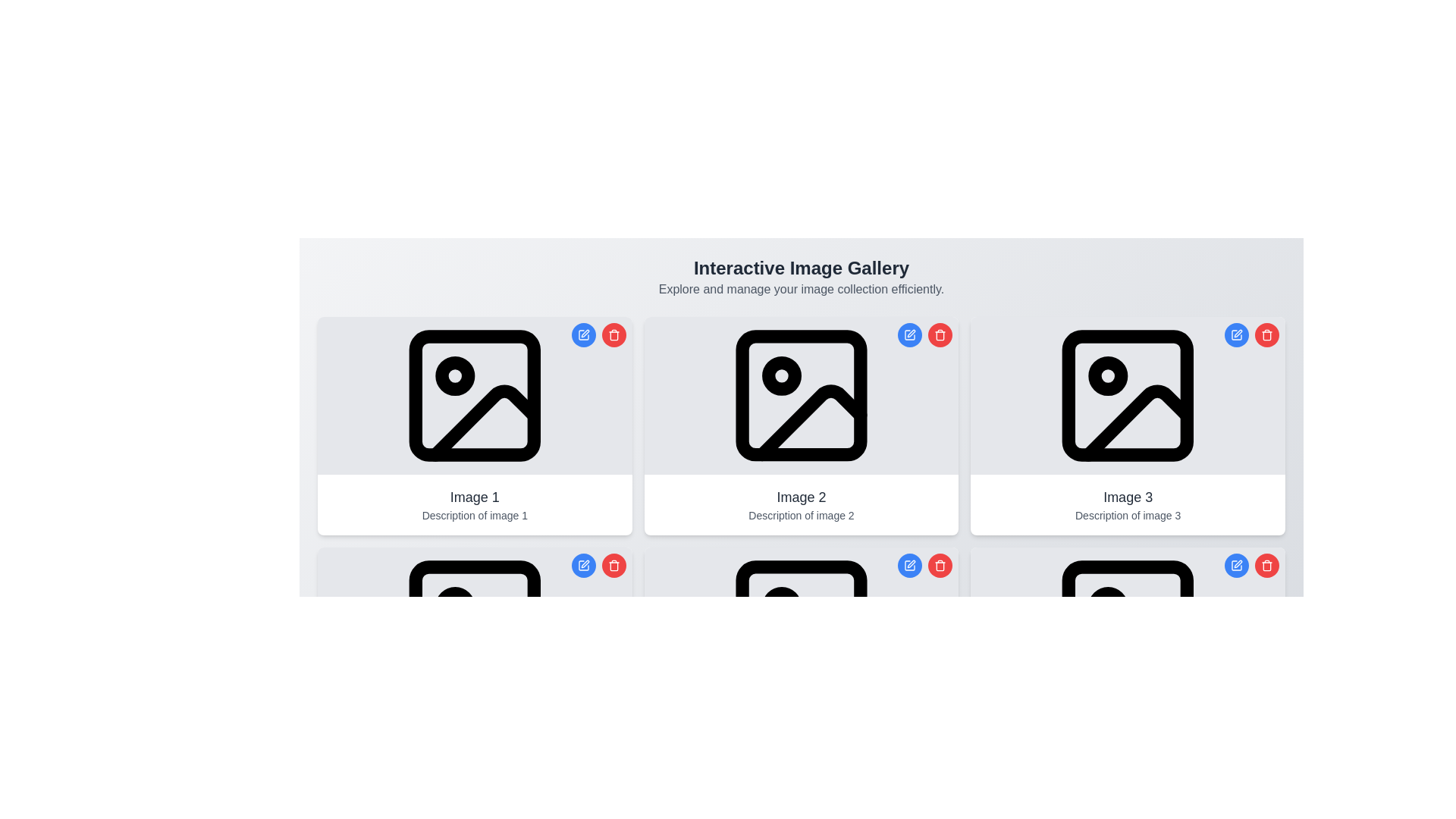 The height and width of the screenshot is (819, 1456). I want to click on the pen icon within the blue circular button above the 'Image 3' card, so click(1237, 565).